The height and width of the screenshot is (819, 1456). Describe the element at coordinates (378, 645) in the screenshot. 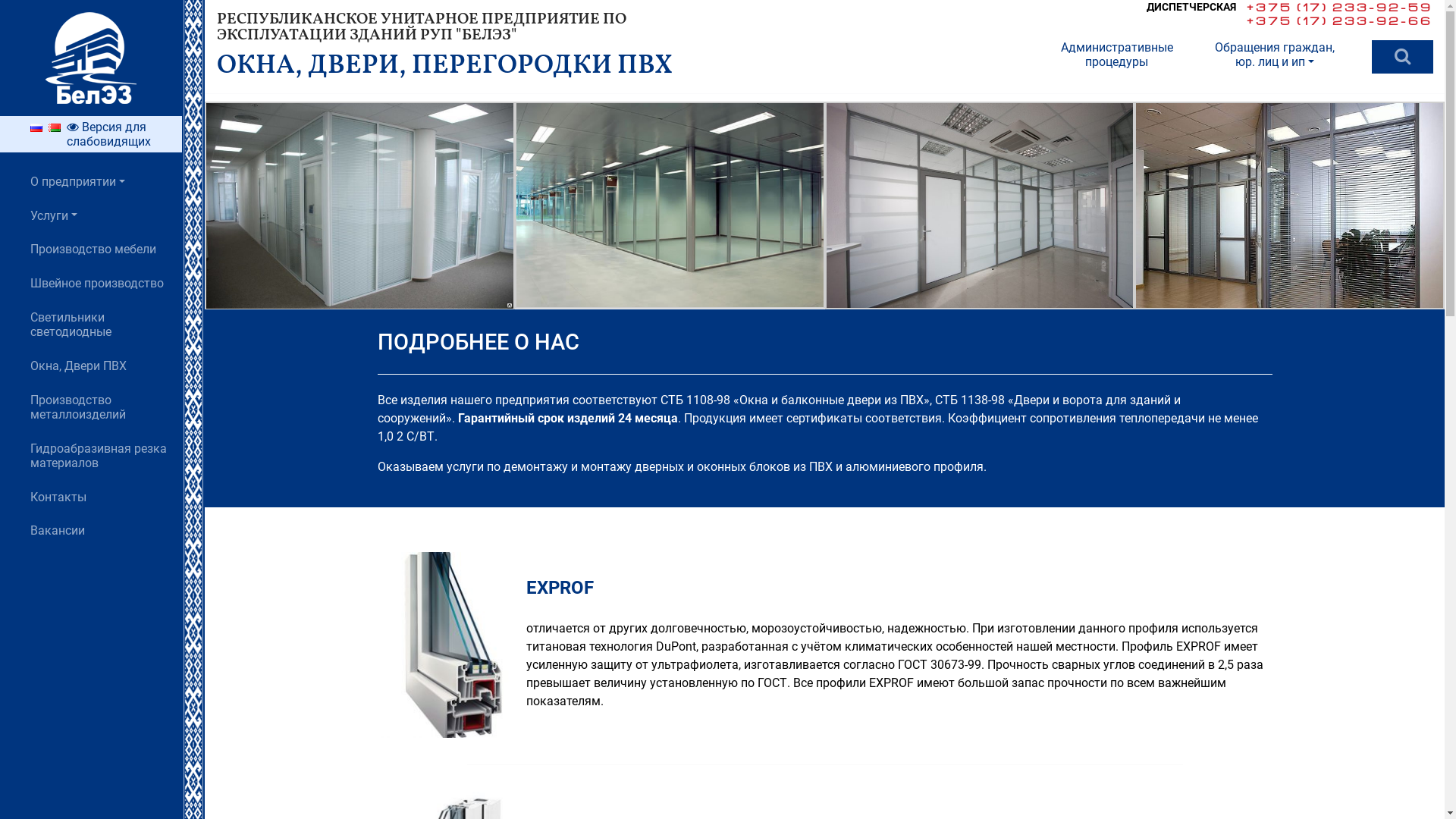

I see `'exprof'` at that location.